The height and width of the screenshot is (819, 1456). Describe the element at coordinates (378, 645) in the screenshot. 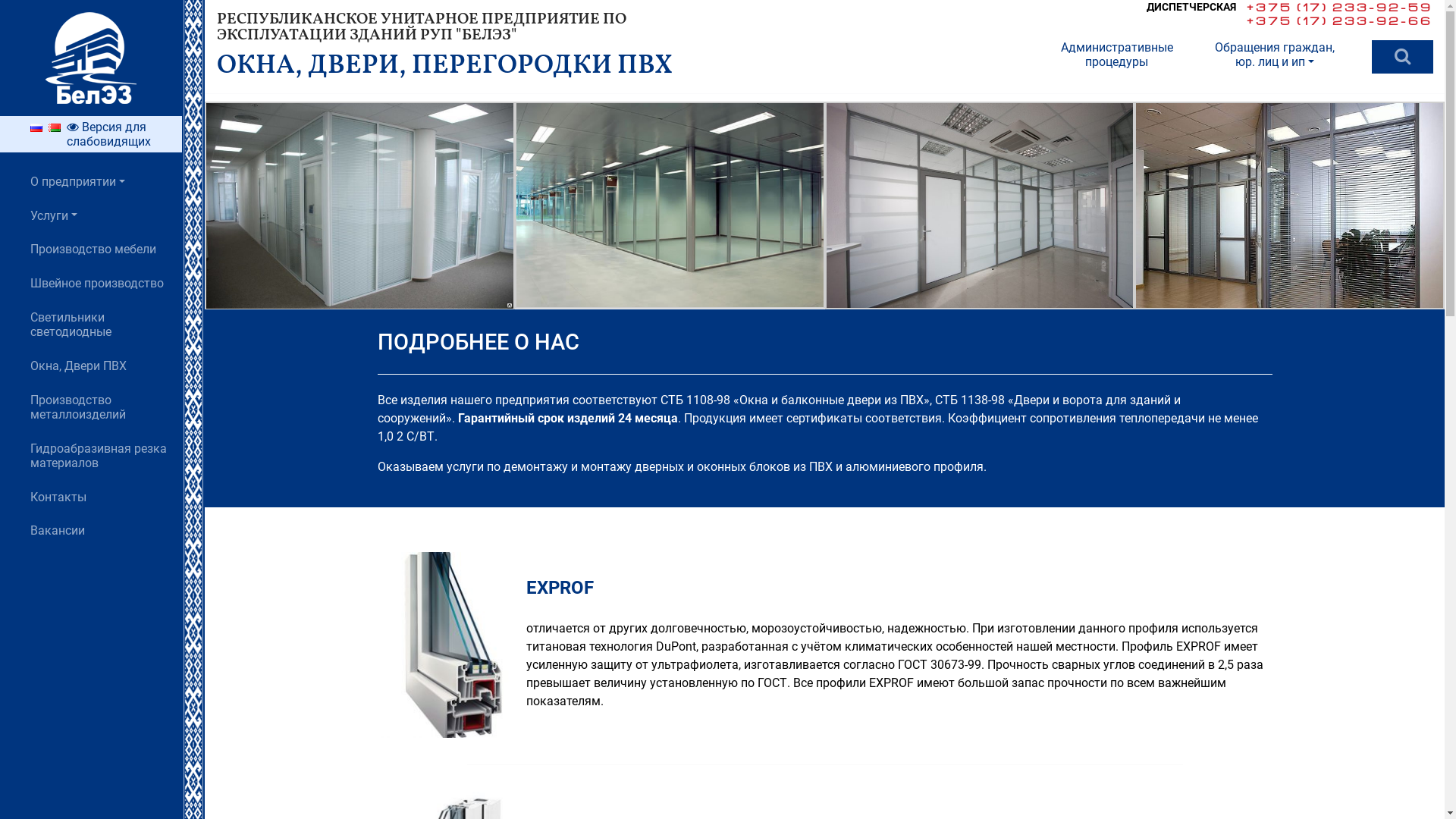

I see `'exprof'` at that location.